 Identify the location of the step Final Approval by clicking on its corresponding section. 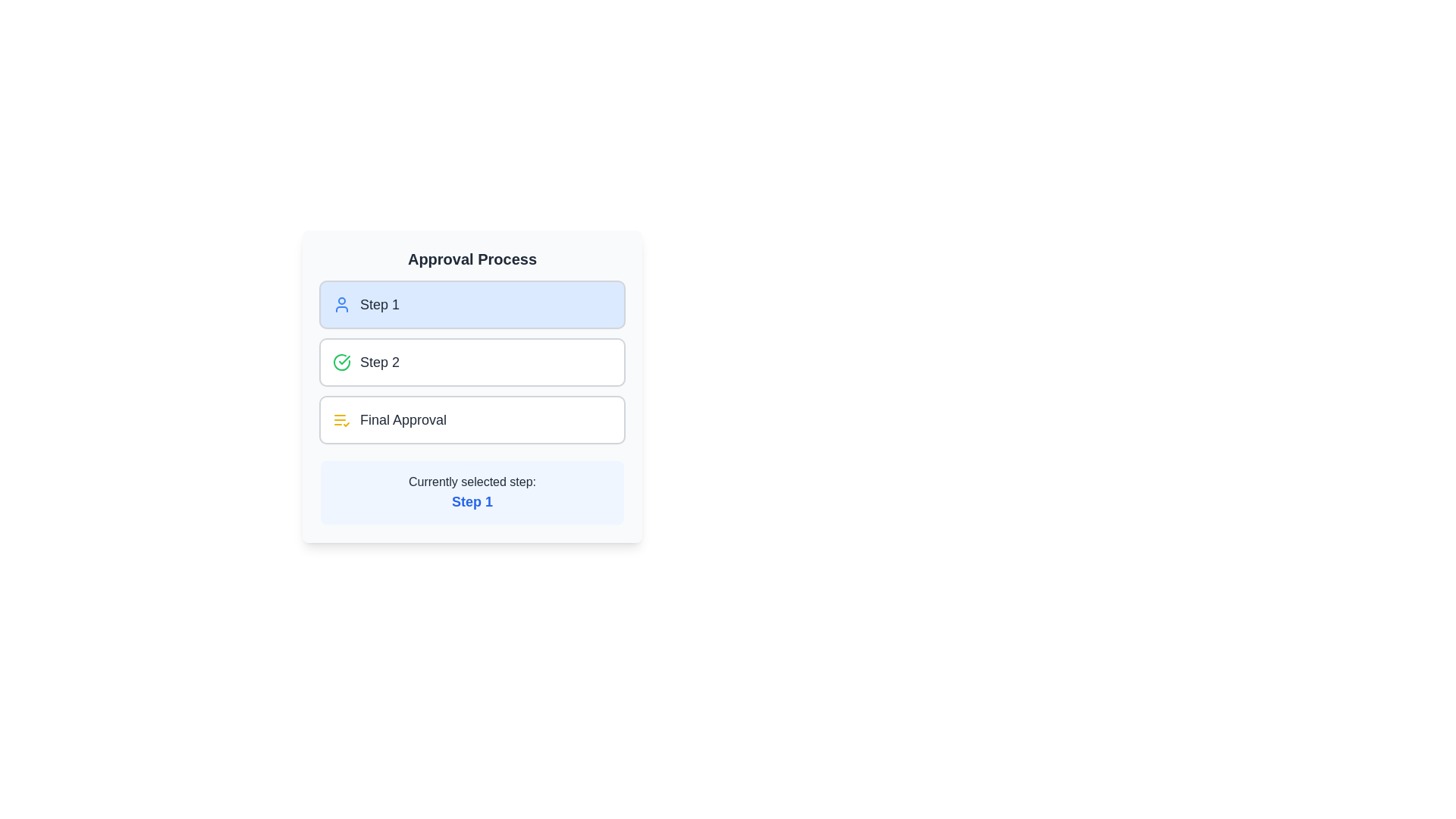
(472, 420).